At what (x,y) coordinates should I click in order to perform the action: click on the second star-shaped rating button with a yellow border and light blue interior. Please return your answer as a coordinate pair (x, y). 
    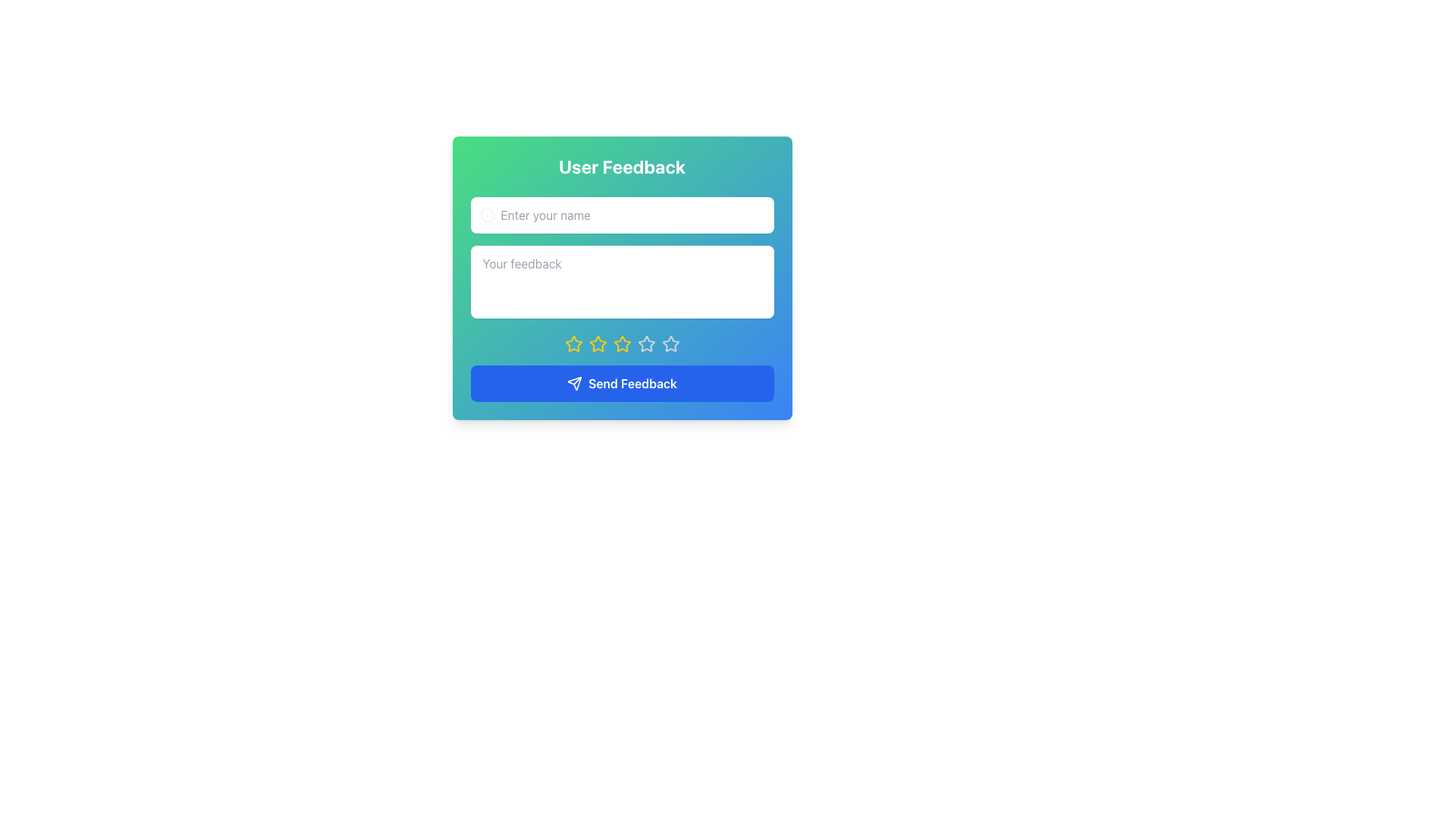
    Looking at the image, I should click on (573, 344).